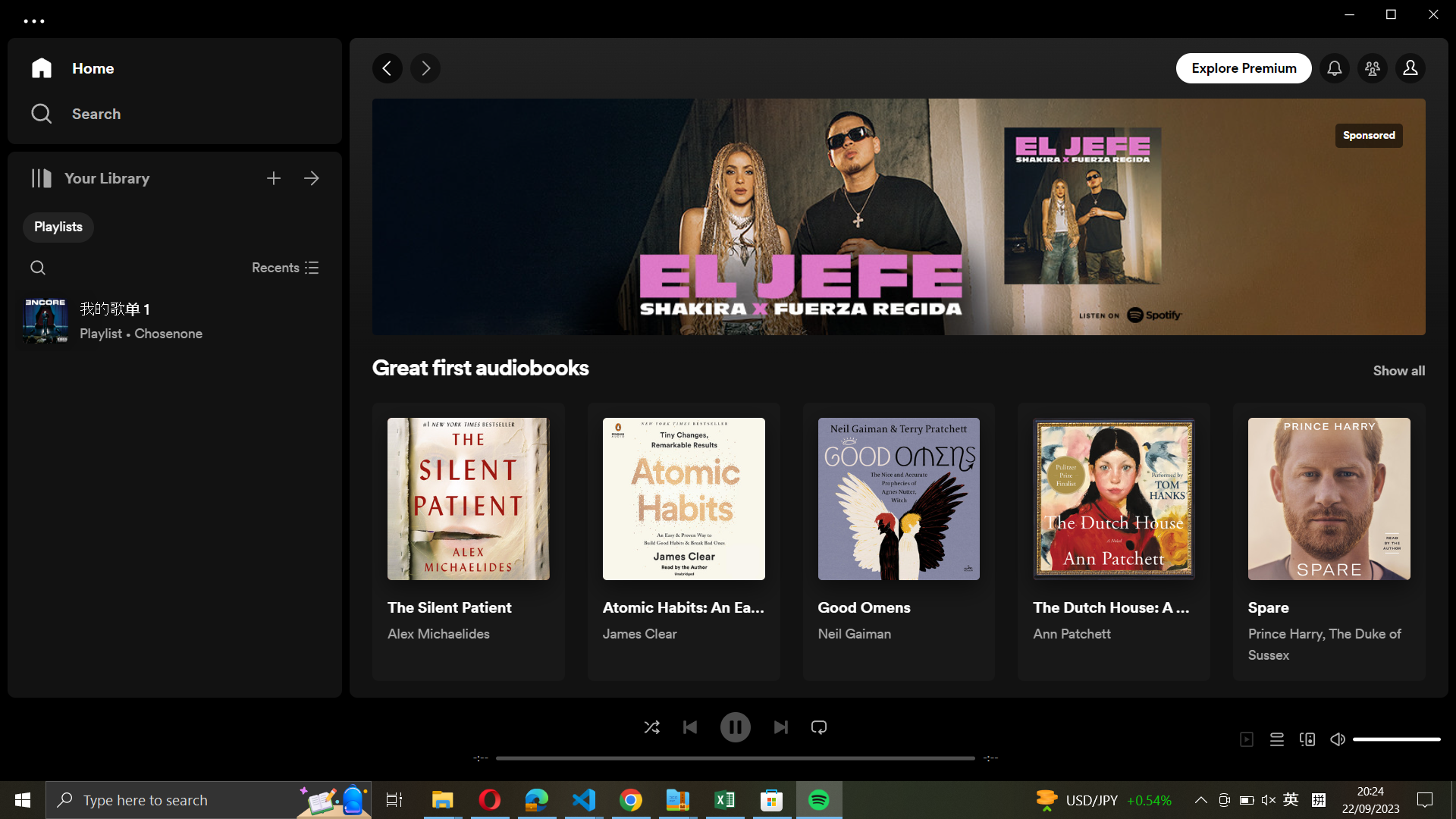 This screenshot has width=1456, height=819. I want to click on explore premium section, so click(1245, 67).